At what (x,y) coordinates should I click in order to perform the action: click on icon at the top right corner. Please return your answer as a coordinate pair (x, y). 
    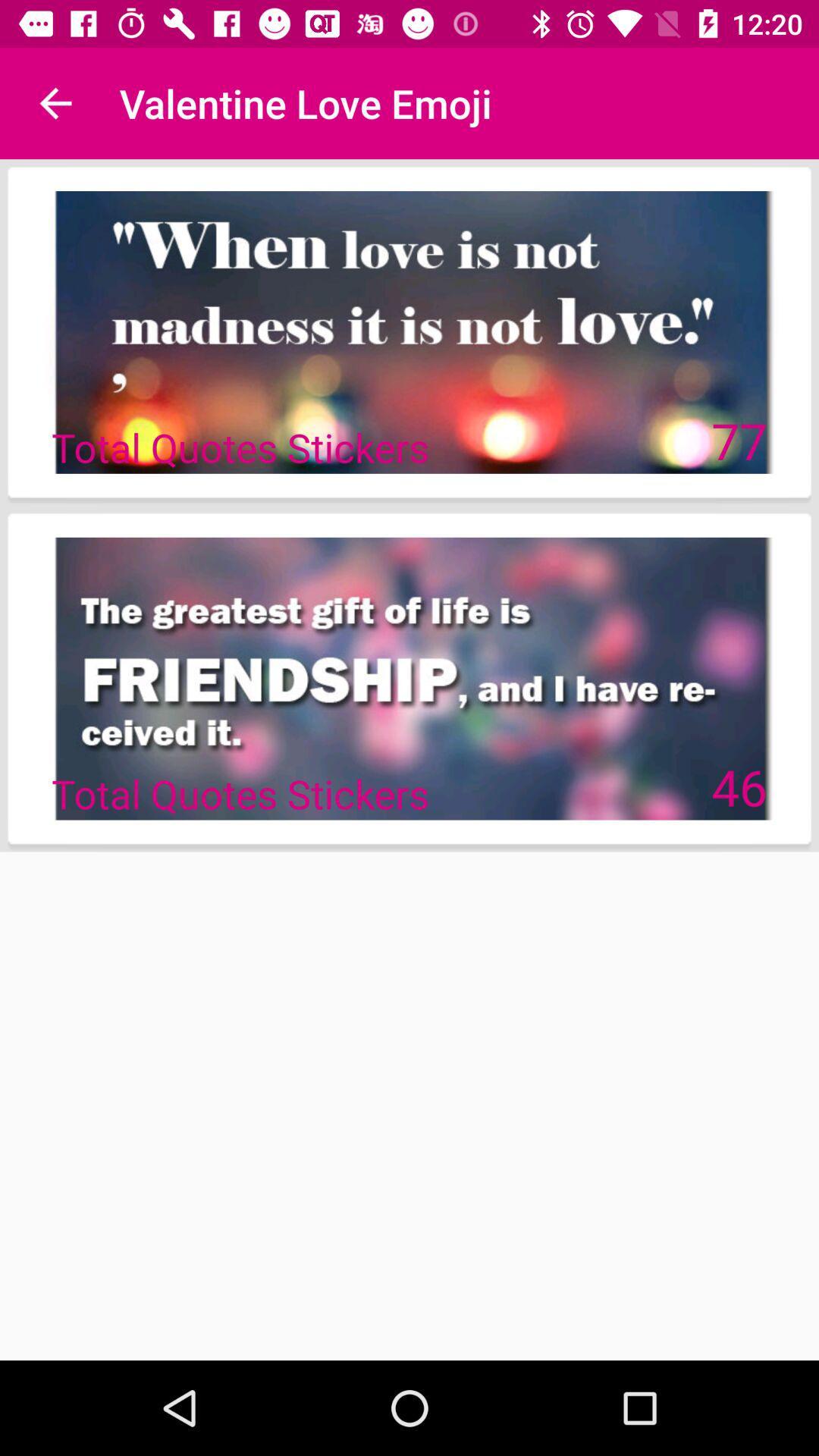
    Looking at the image, I should click on (739, 439).